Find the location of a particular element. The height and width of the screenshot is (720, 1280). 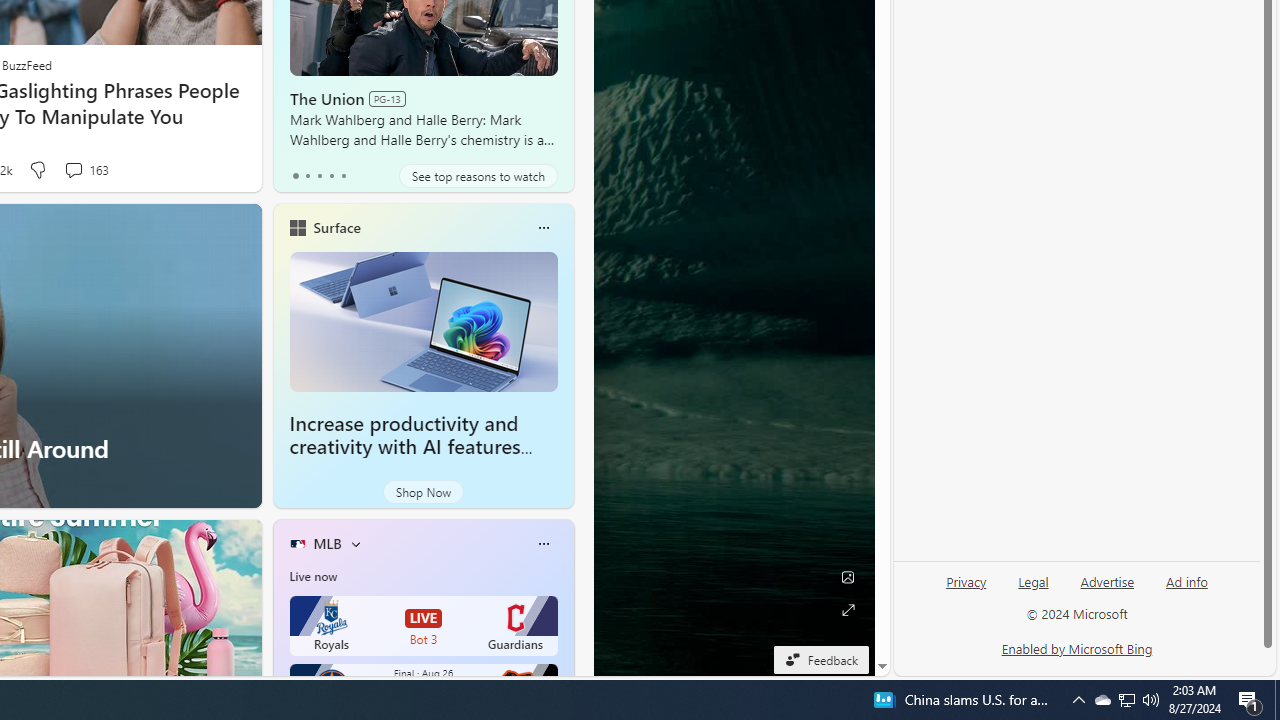

'Shop Now' is located at coordinates (422, 492).